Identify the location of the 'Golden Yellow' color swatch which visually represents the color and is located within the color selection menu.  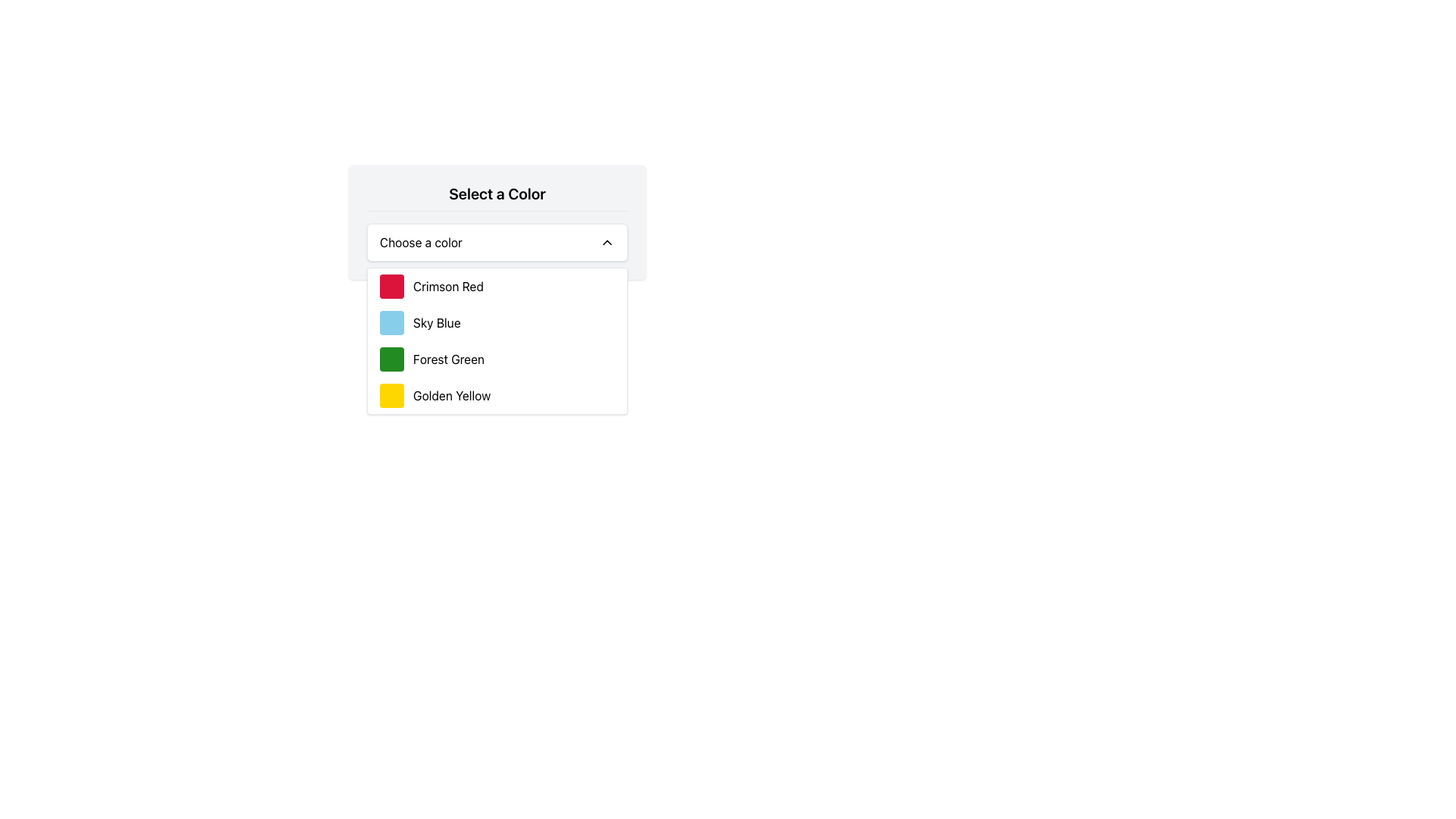
(392, 394).